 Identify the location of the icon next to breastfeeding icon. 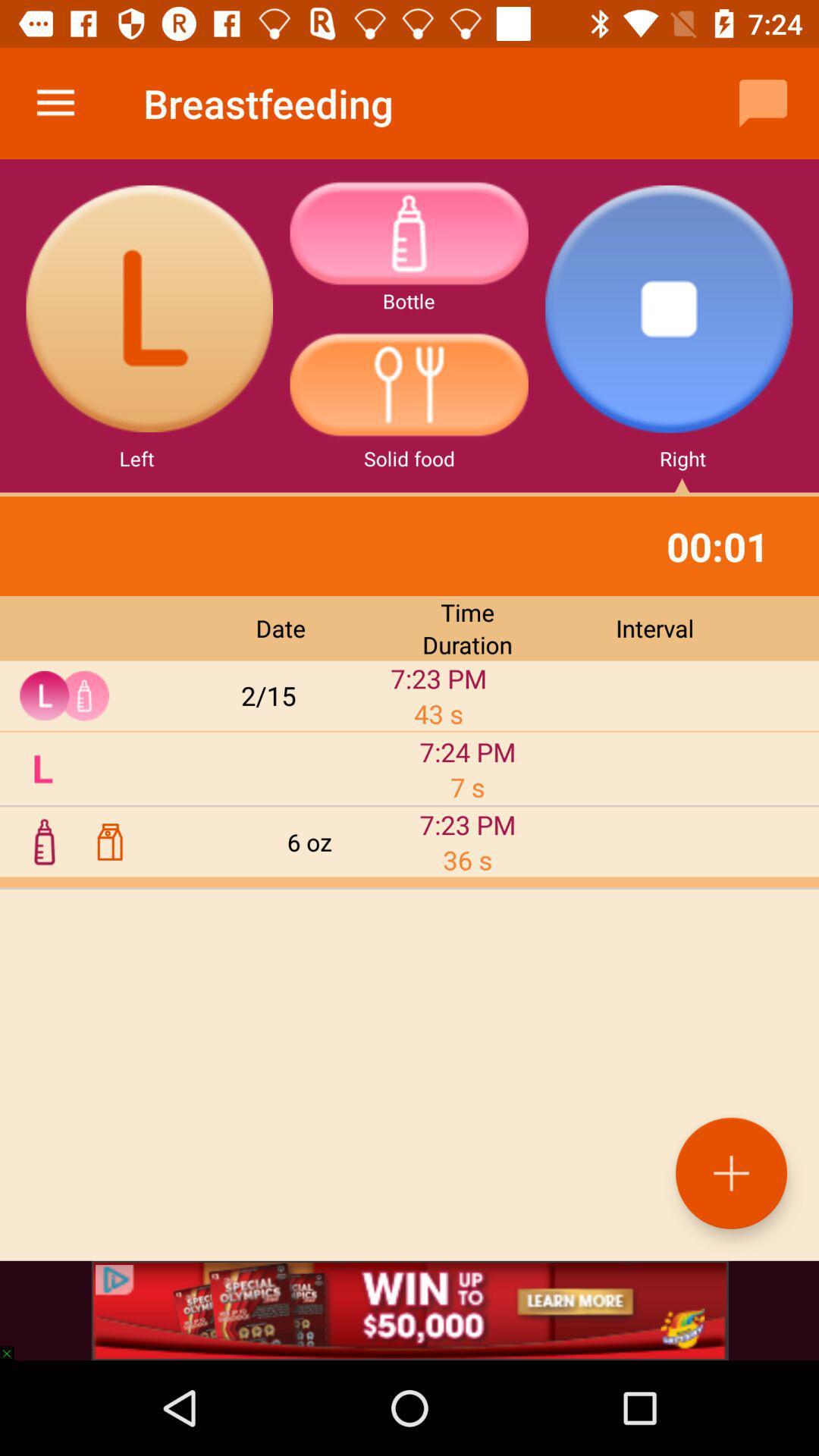
(55, 102).